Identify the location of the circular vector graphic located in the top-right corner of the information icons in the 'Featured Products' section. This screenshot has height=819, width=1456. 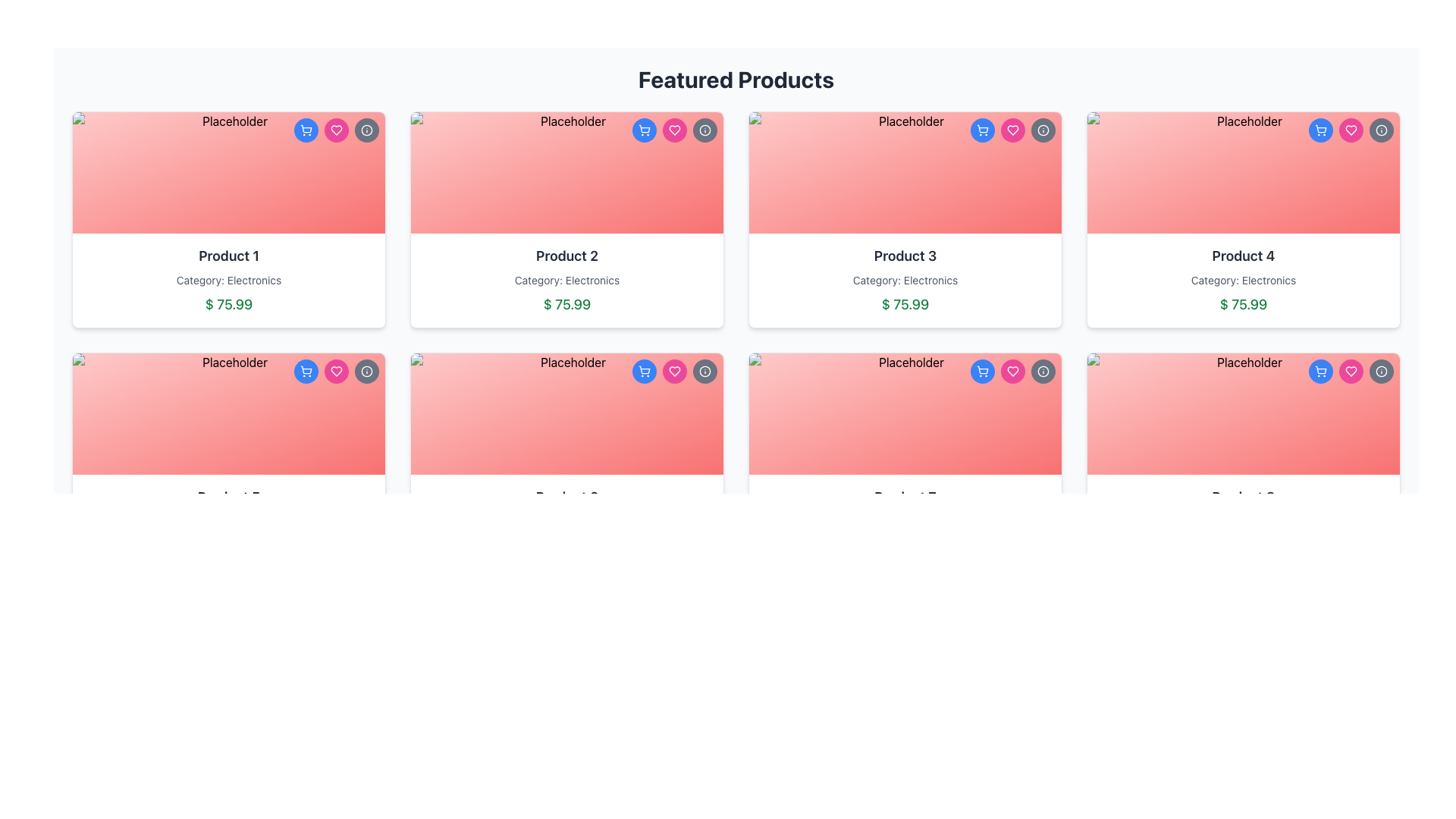
(1043, 130).